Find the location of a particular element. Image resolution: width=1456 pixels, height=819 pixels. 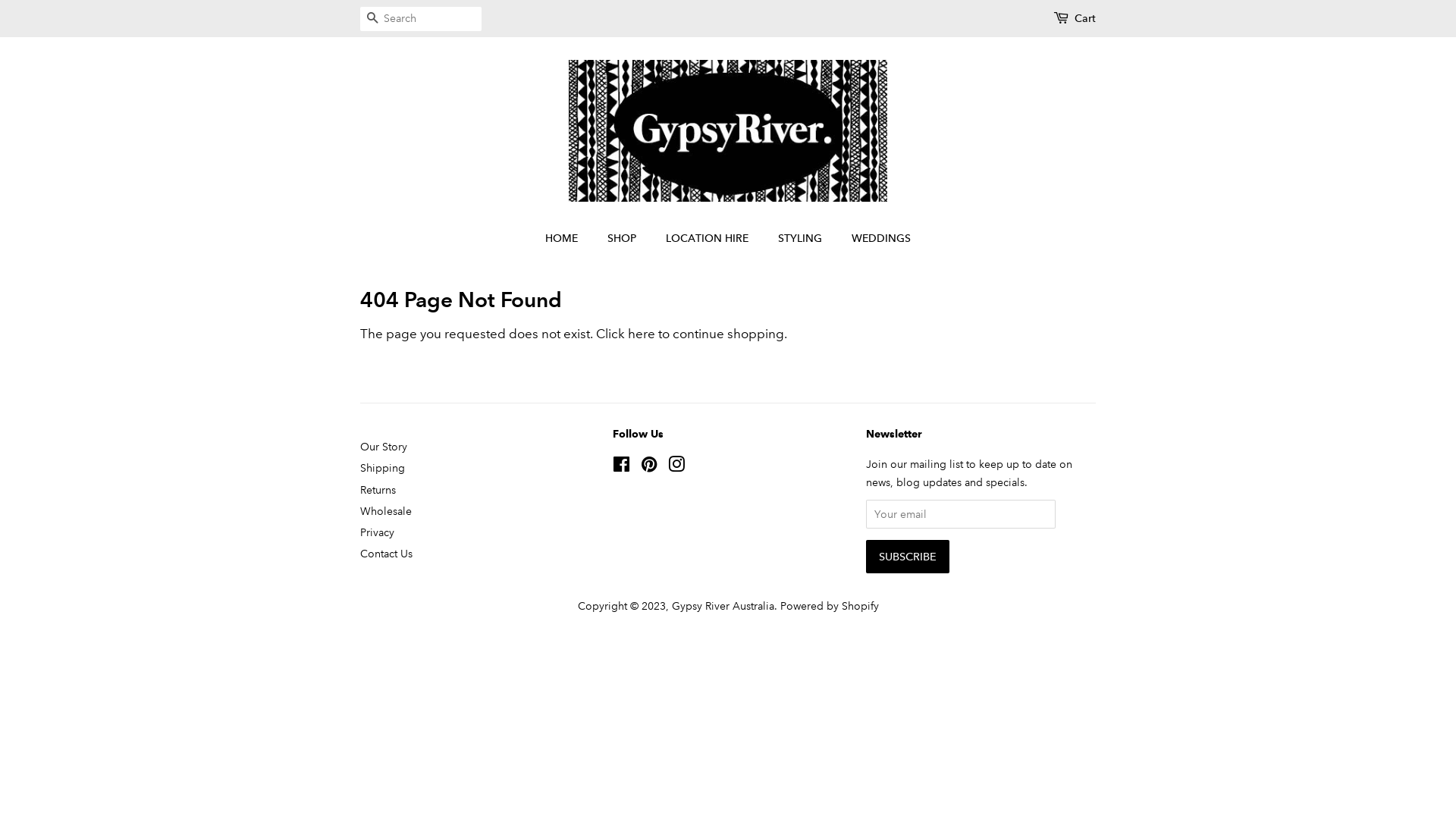

'Gypsy River Australia' is located at coordinates (722, 604).